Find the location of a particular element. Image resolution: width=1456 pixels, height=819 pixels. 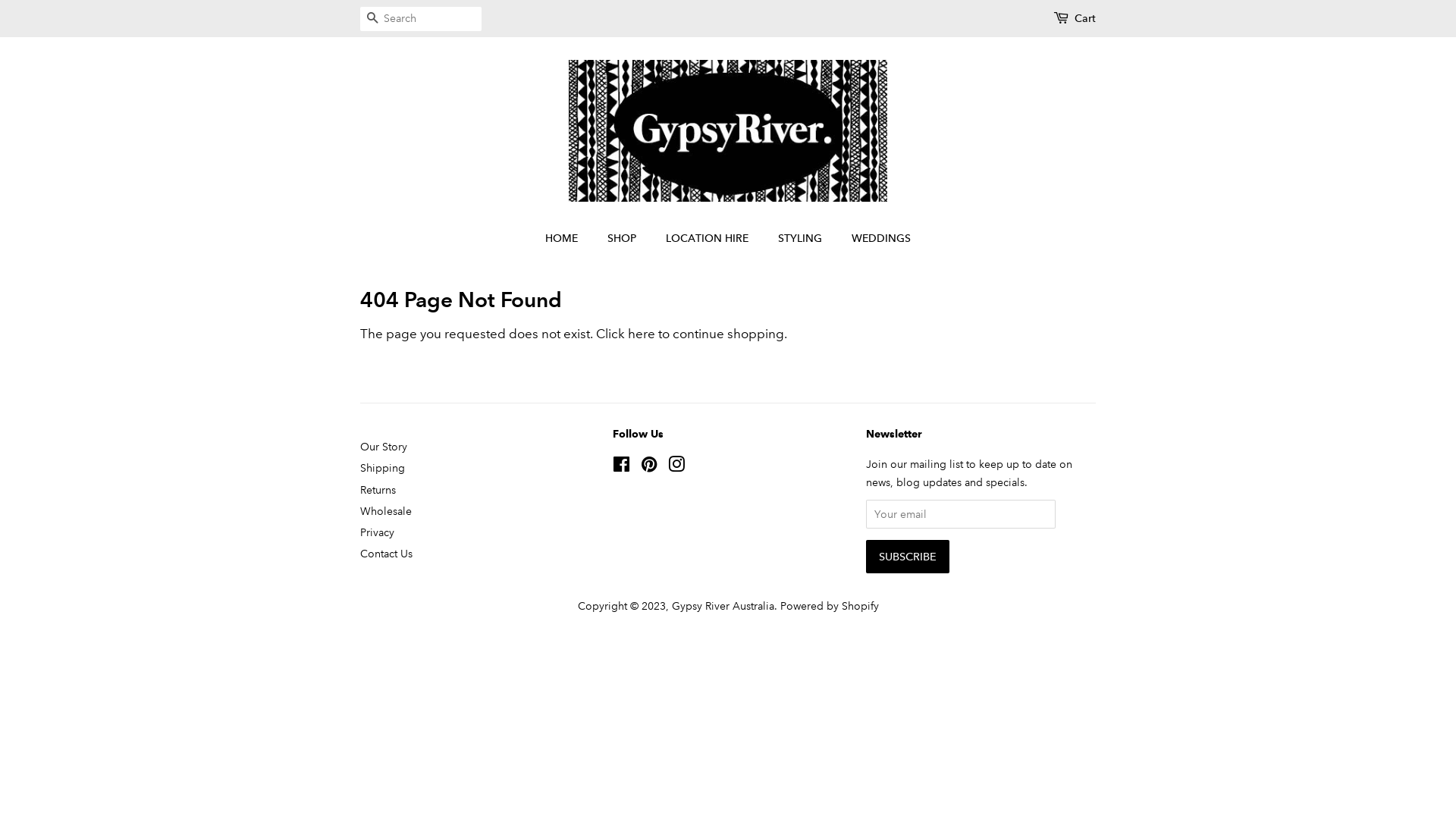

'Gypsy River Australia' is located at coordinates (722, 604).